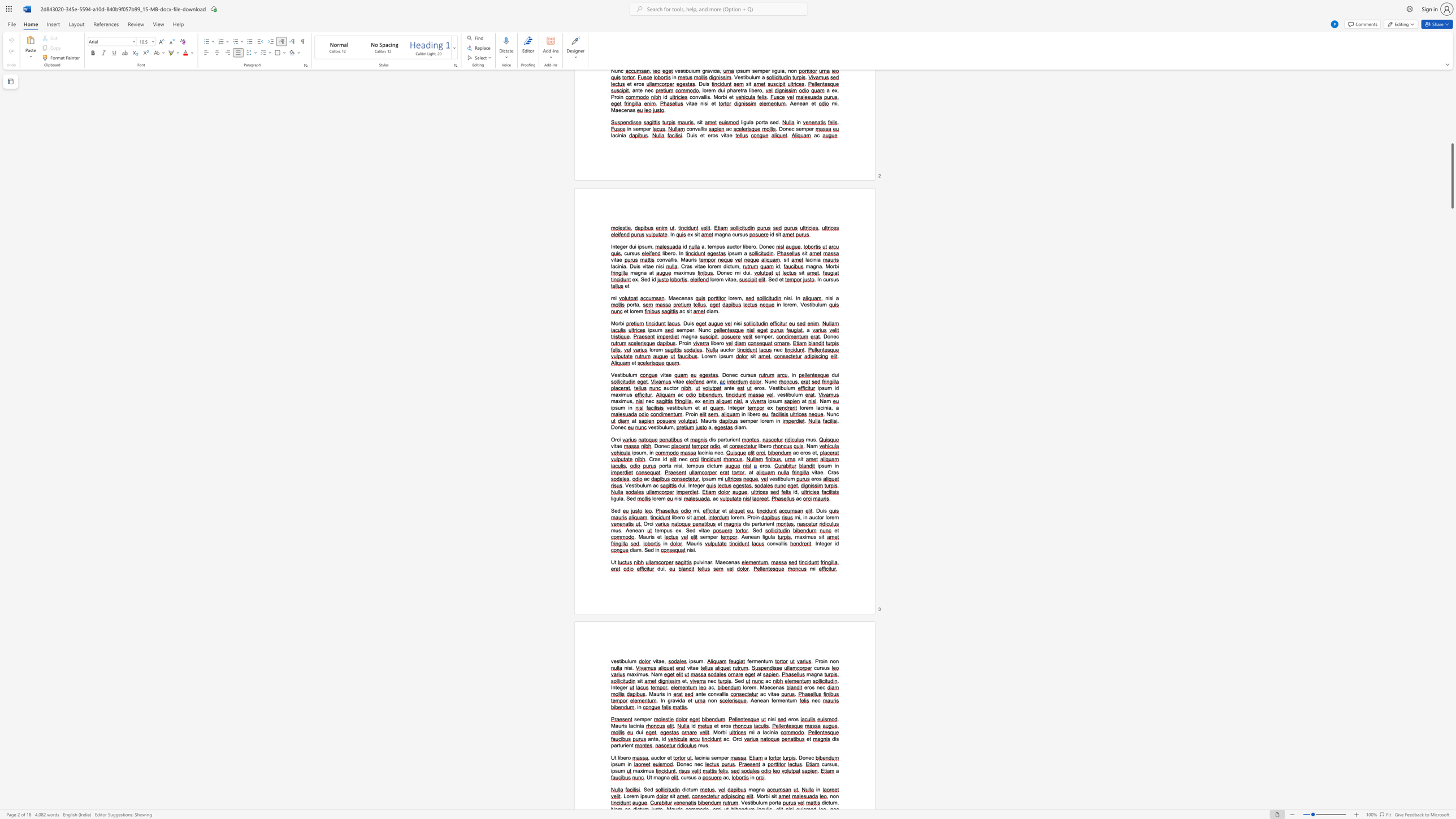 Image resolution: width=1456 pixels, height=819 pixels. I want to click on the space between the continuous character "t" and "e" in the text, so click(694, 485).